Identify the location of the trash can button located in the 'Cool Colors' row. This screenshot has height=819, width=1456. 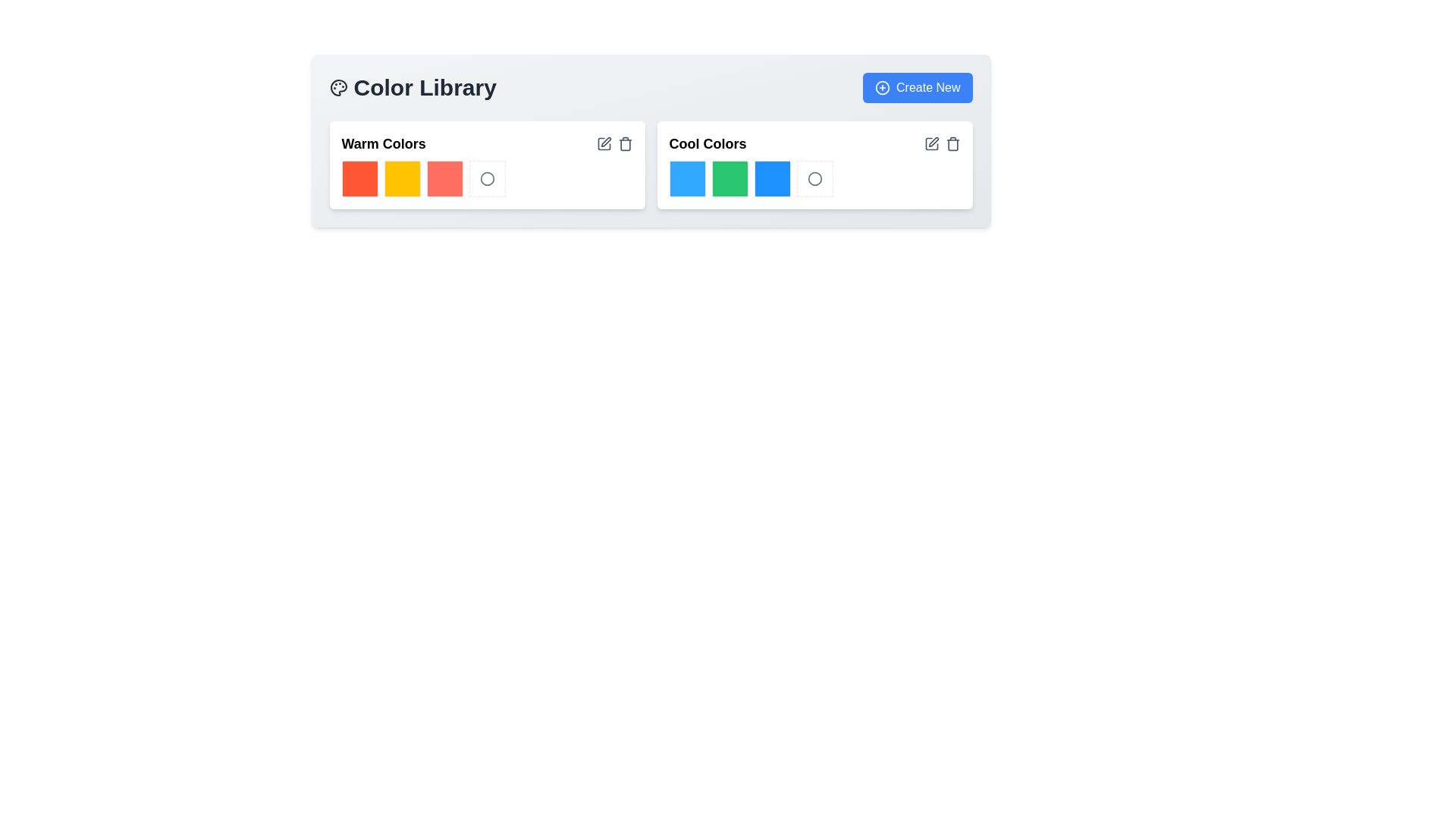
(941, 143).